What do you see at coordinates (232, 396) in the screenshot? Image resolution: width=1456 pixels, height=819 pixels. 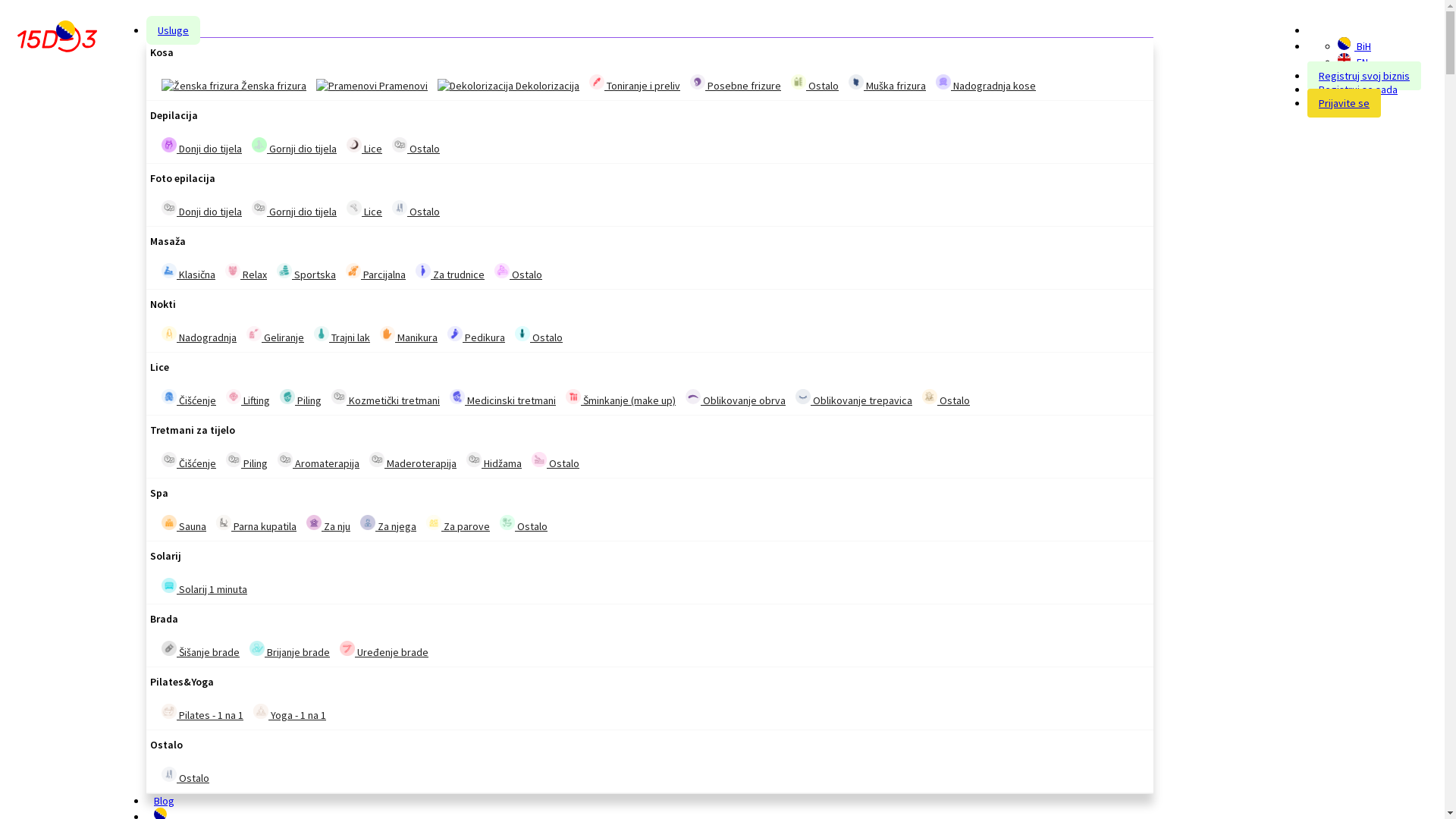 I see `'Lifting'` at bounding box center [232, 396].